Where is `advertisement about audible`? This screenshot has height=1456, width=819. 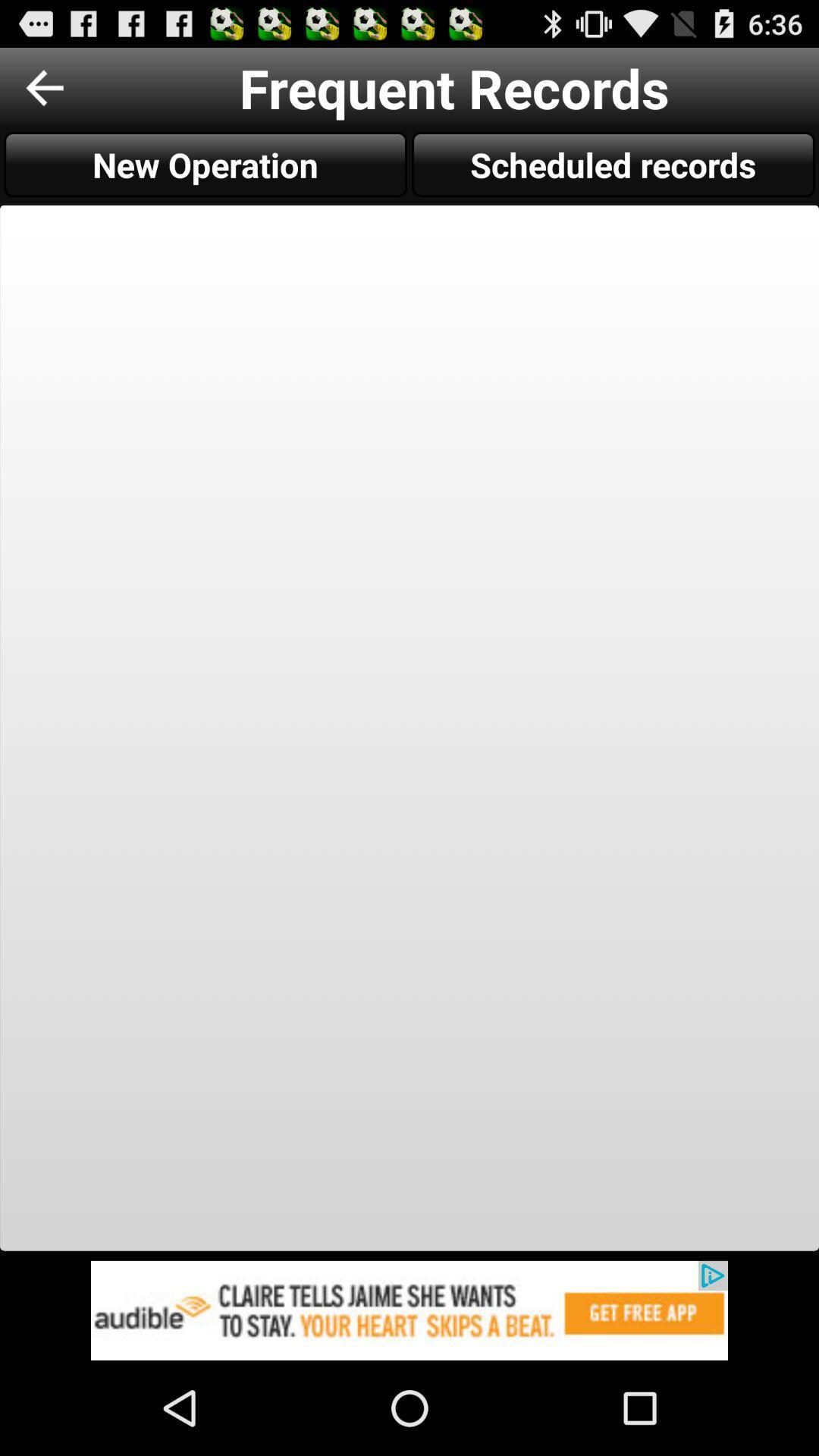 advertisement about audible is located at coordinates (409, 1310).